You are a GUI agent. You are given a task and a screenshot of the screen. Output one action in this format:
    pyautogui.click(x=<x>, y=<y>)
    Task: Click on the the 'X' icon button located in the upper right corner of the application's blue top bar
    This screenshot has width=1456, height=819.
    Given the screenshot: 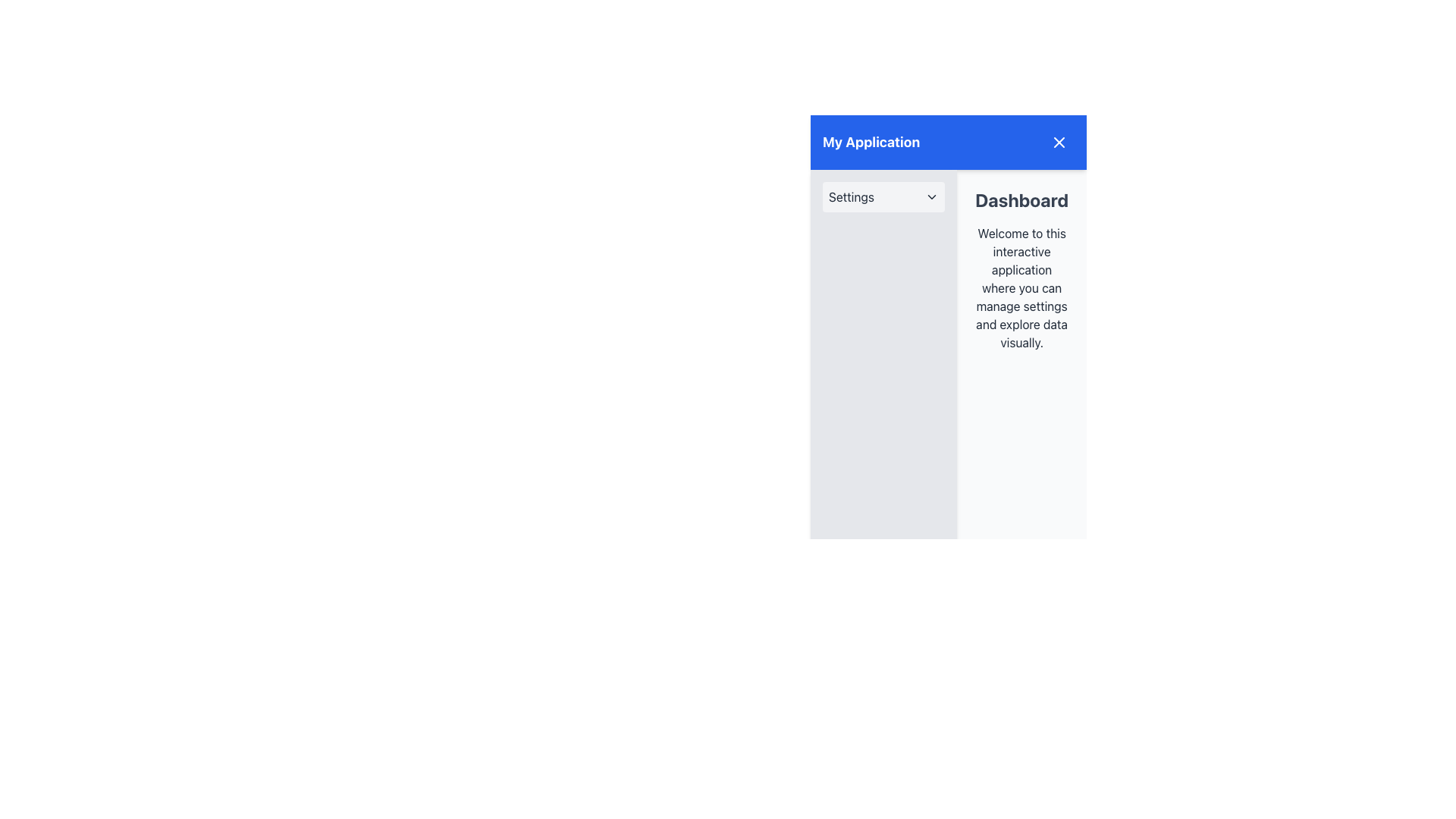 What is the action you would take?
    pyautogui.click(x=1058, y=143)
    